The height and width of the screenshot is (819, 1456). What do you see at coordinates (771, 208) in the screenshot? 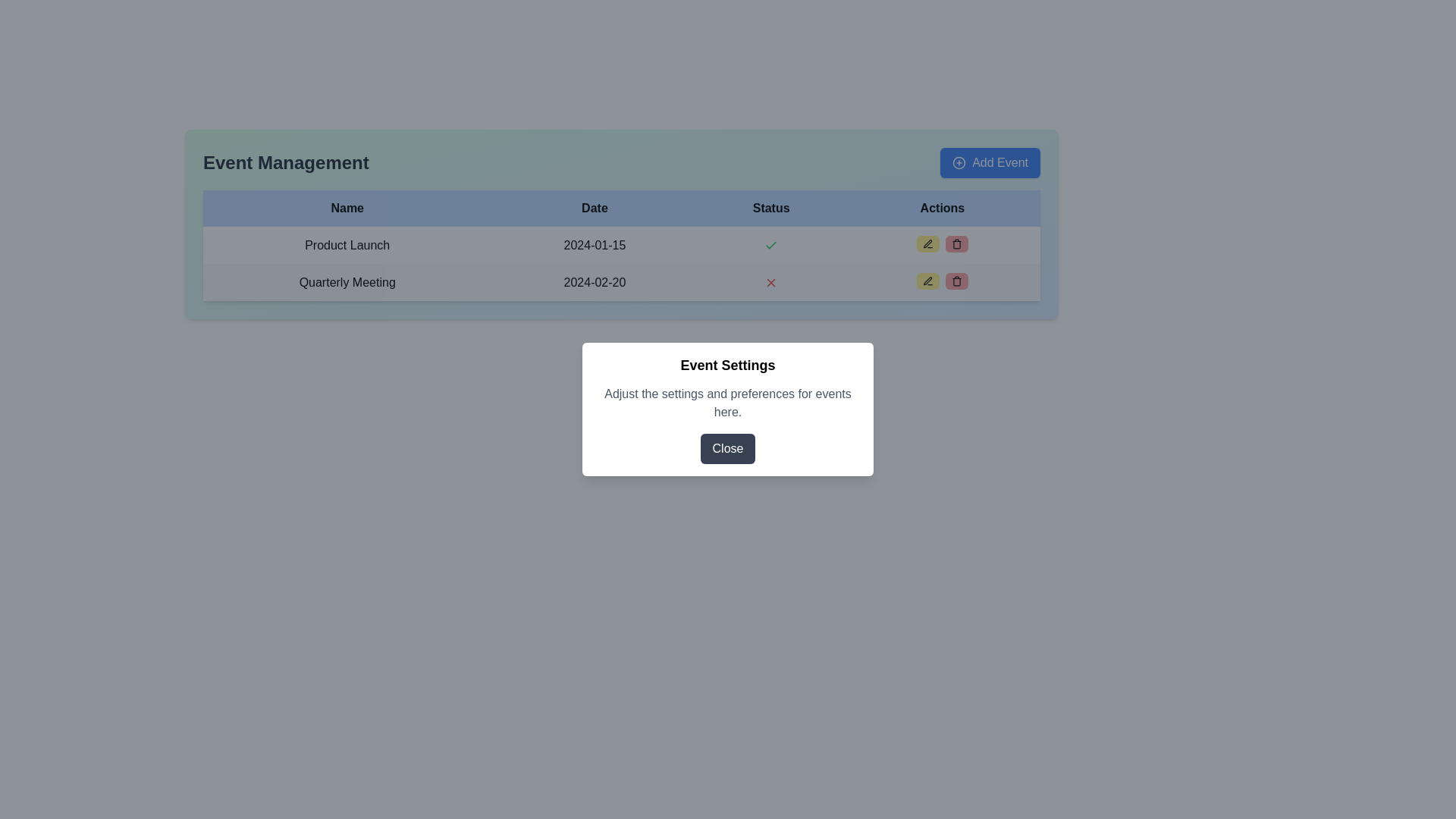
I see `the 'Status' header label in the Event Management table, which describes the status of events` at bounding box center [771, 208].